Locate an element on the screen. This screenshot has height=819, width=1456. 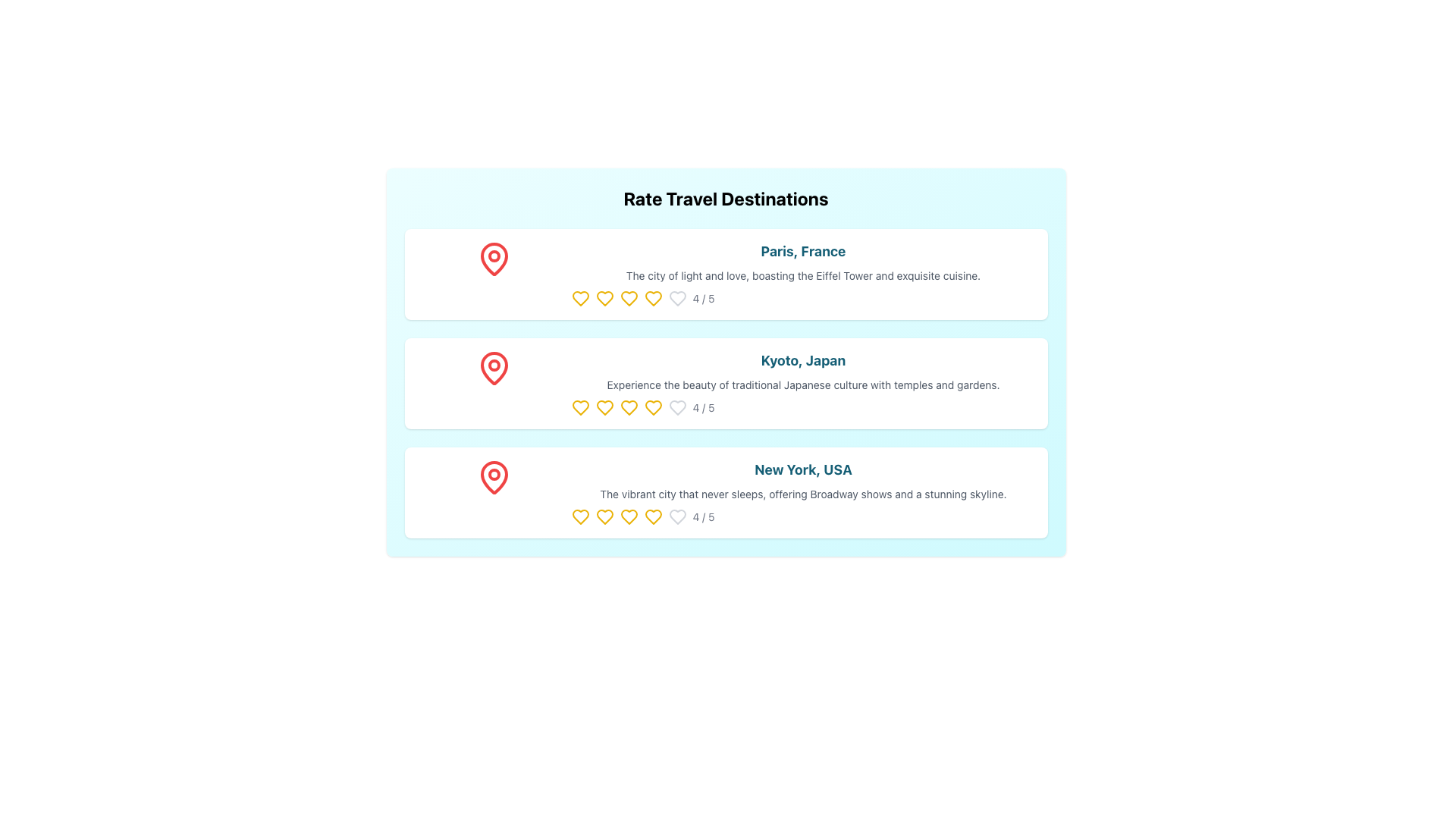
the red map pin icon that symbolizes a location marker, located to the left of the destination title 'Kyoto, Japan' is located at coordinates (494, 369).